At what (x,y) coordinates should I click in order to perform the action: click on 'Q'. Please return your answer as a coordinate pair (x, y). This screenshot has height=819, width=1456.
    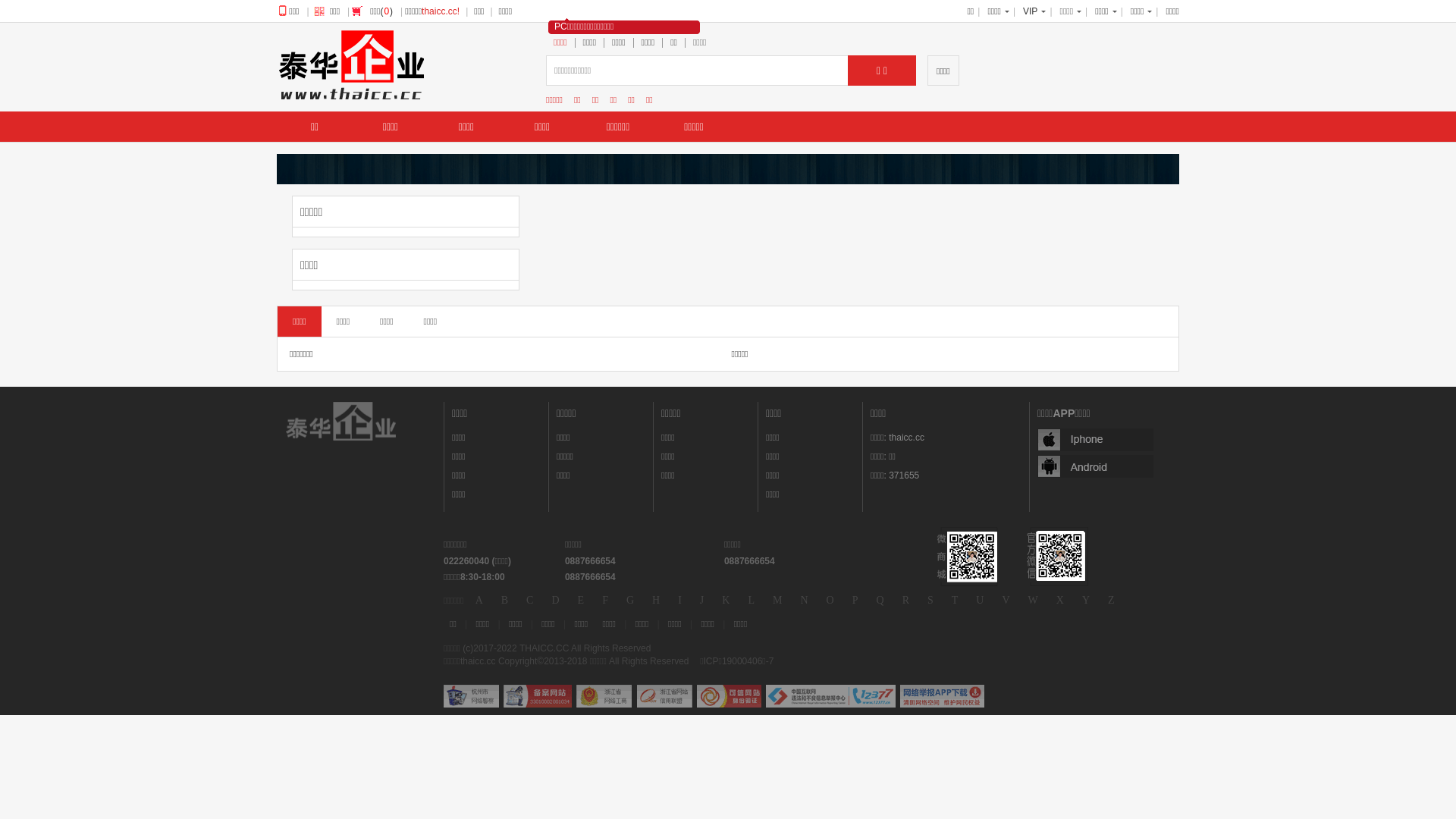
    Looking at the image, I should click on (880, 599).